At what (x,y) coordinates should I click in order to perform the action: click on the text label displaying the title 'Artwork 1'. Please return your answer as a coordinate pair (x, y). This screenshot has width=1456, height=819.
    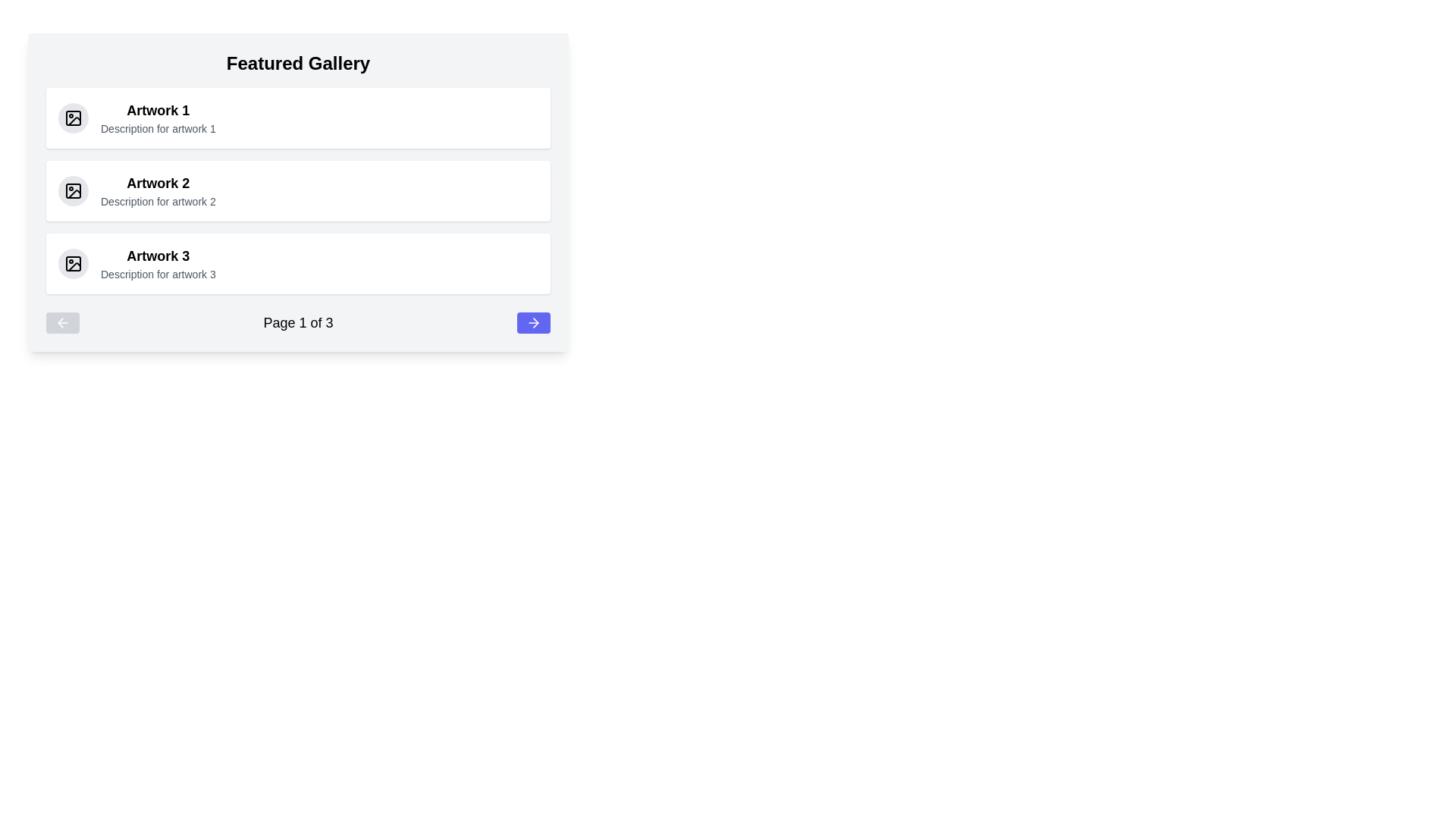
    Looking at the image, I should click on (158, 110).